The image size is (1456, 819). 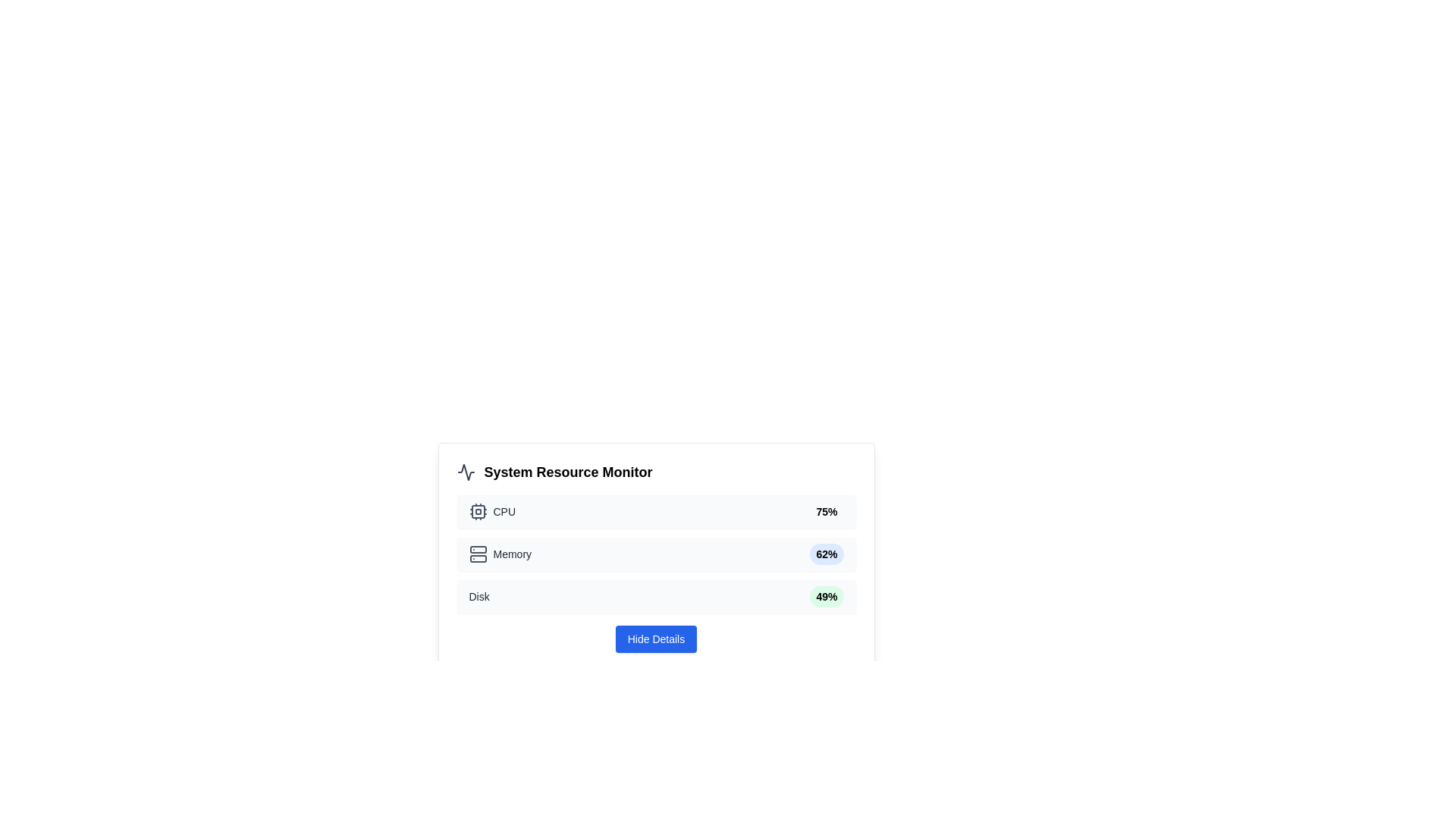 What do you see at coordinates (504, 512) in the screenshot?
I see `the text label that describes the CPU resource section in the 'System Resource Monitor', located next to the CPU icon and above the percentage indicator (75%)` at bounding box center [504, 512].